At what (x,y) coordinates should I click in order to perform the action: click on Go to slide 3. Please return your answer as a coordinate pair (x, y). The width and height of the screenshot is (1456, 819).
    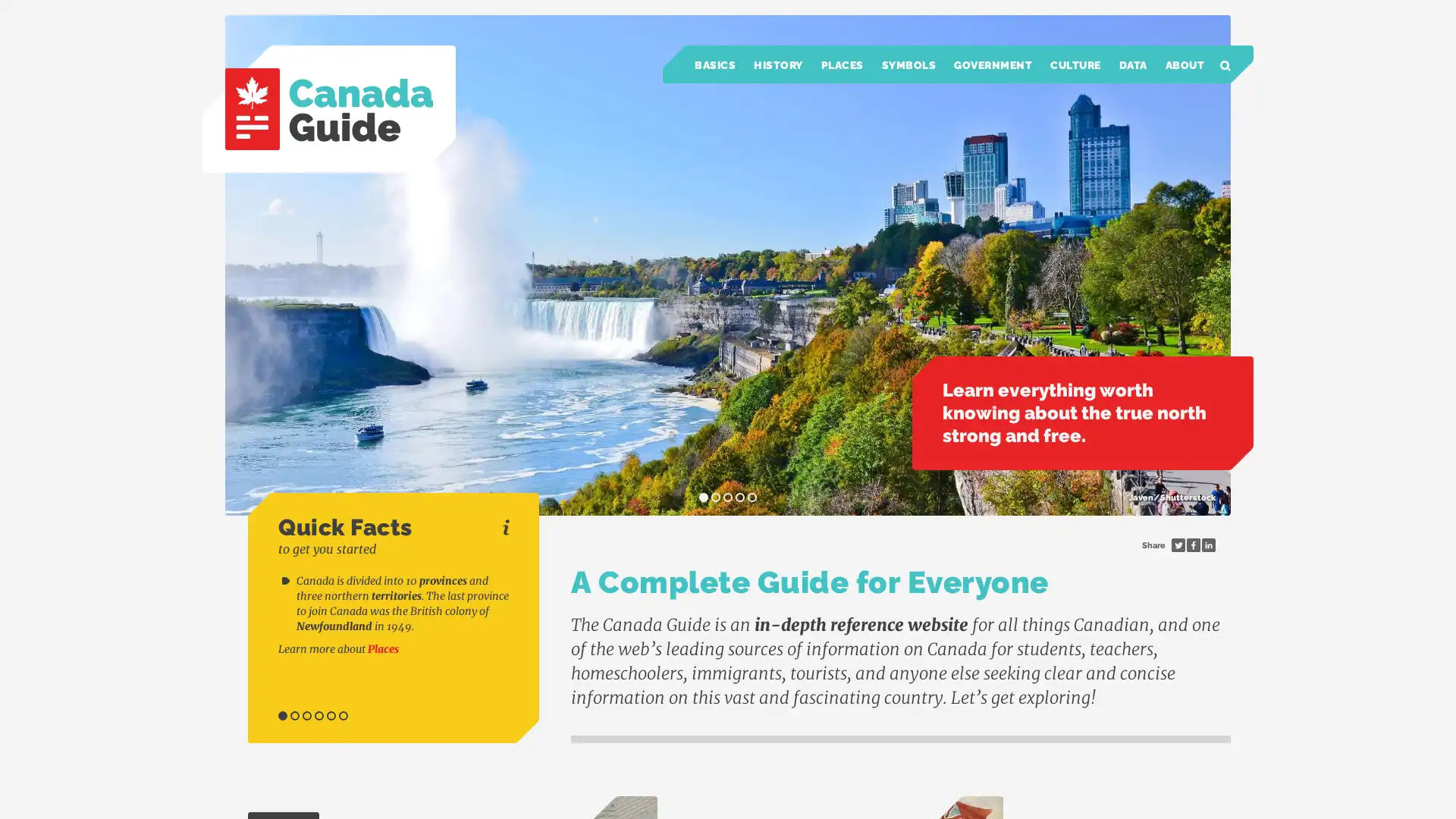
    Looking at the image, I should click on (728, 497).